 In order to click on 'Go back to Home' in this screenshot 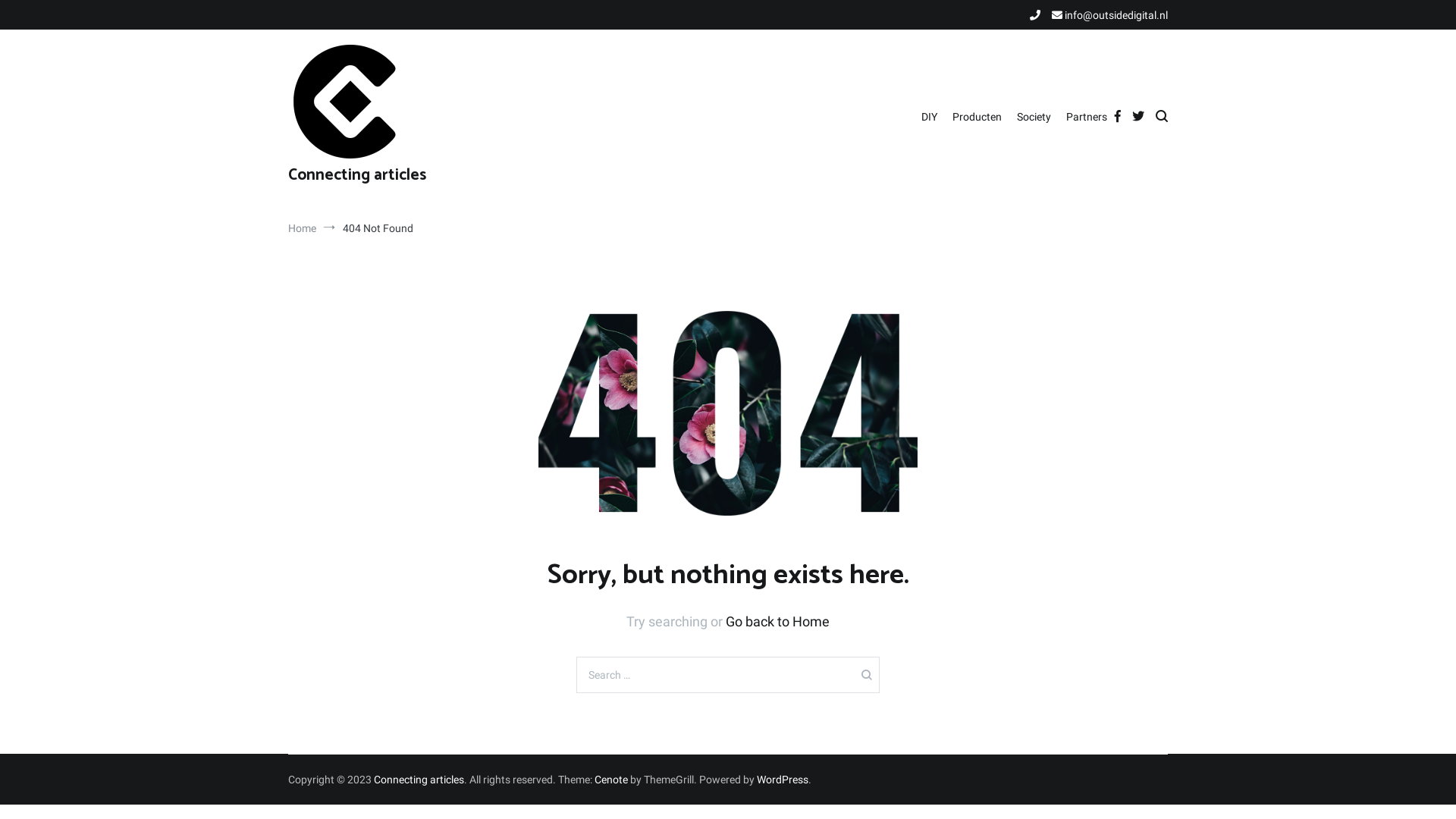, I will do `click(777, 621)`.